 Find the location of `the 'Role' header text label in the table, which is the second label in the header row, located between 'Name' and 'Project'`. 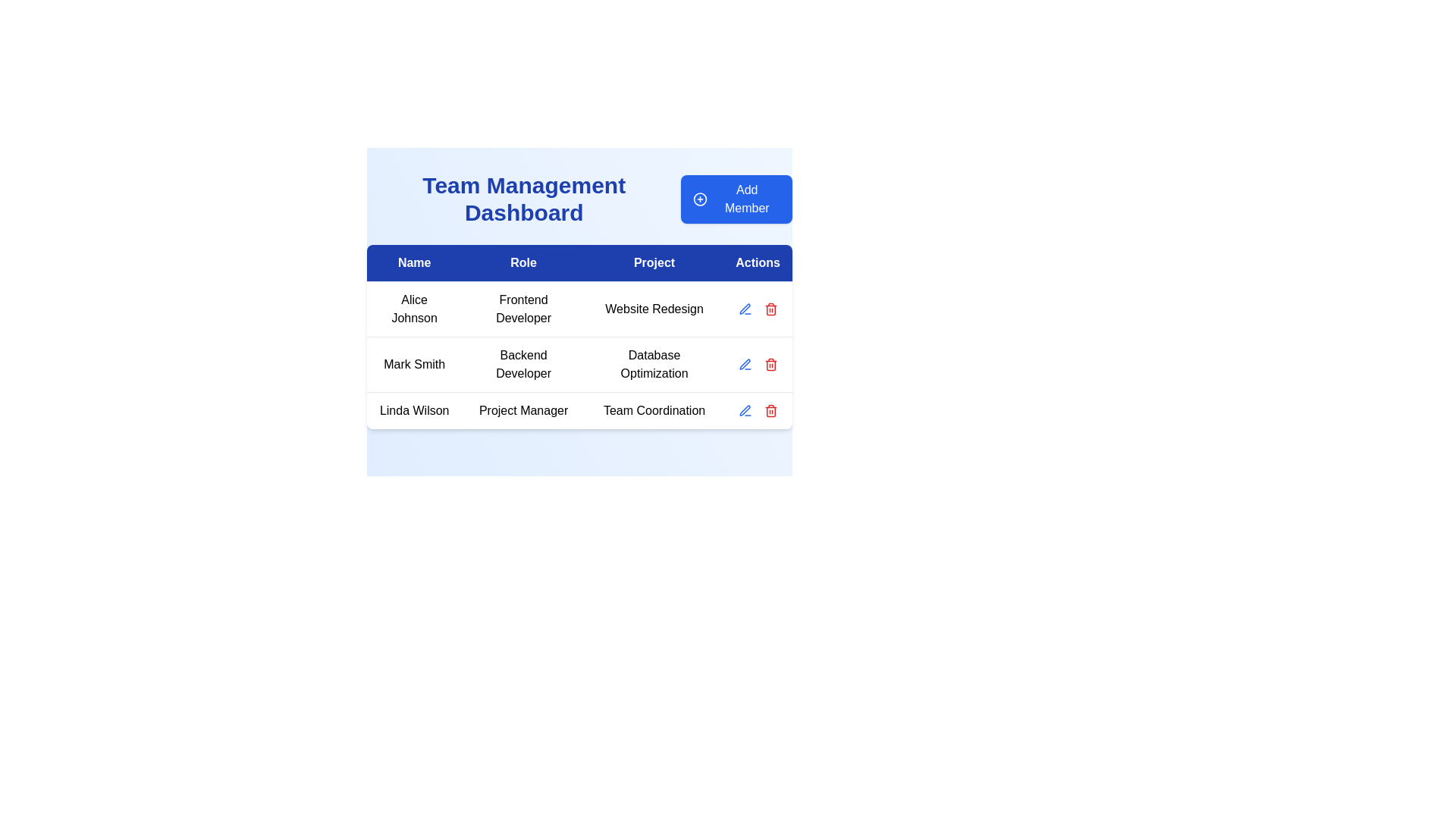

the 'Role' header text label in the table, which is the second label in the header row, located between 'Name' and 'Project' is located at coordinates (523, 262).